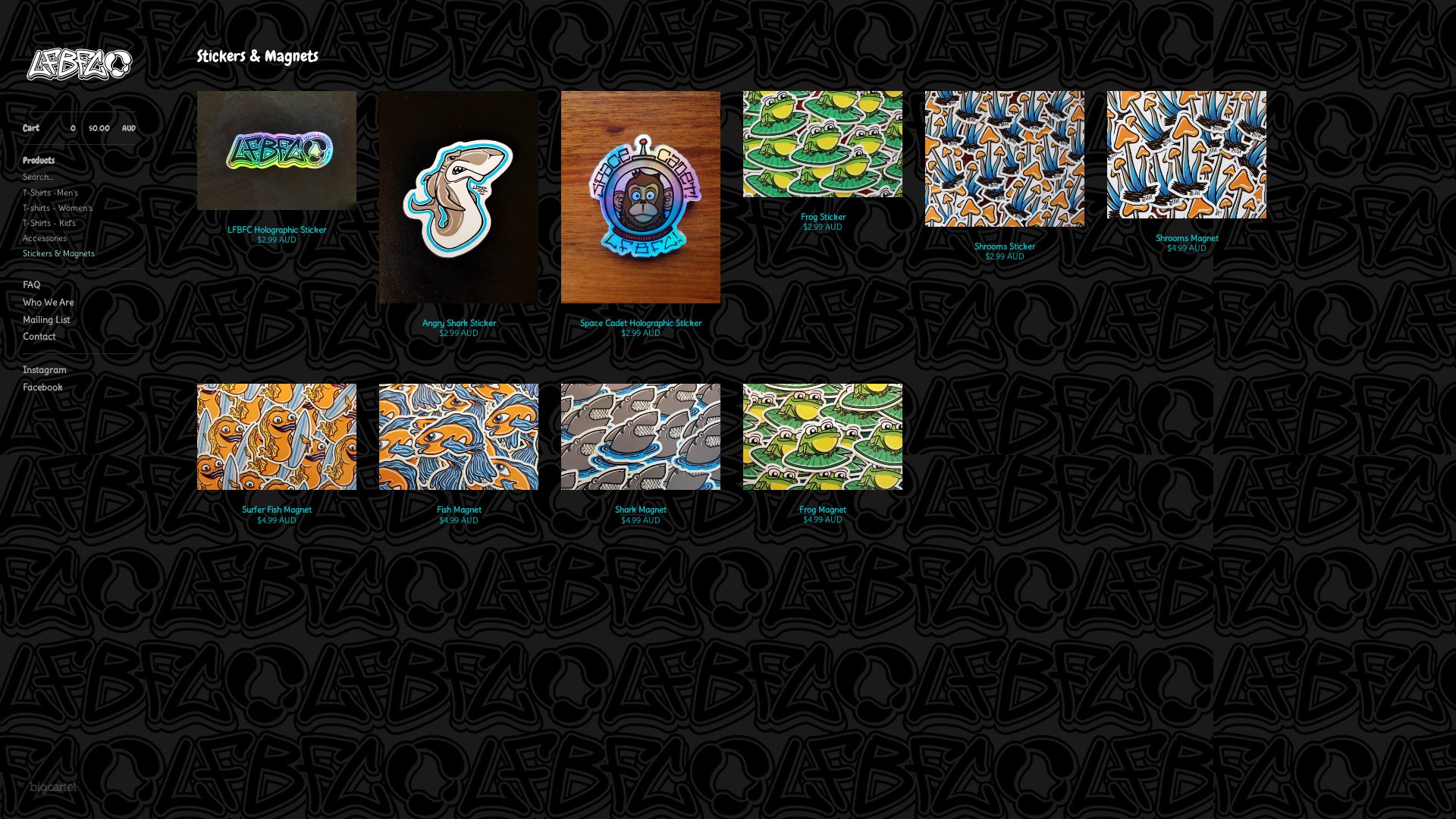  Describe the element at coordinates (640, 225) in the screenshot. I see `'Space Cadet Holographic Sticker` at that location.